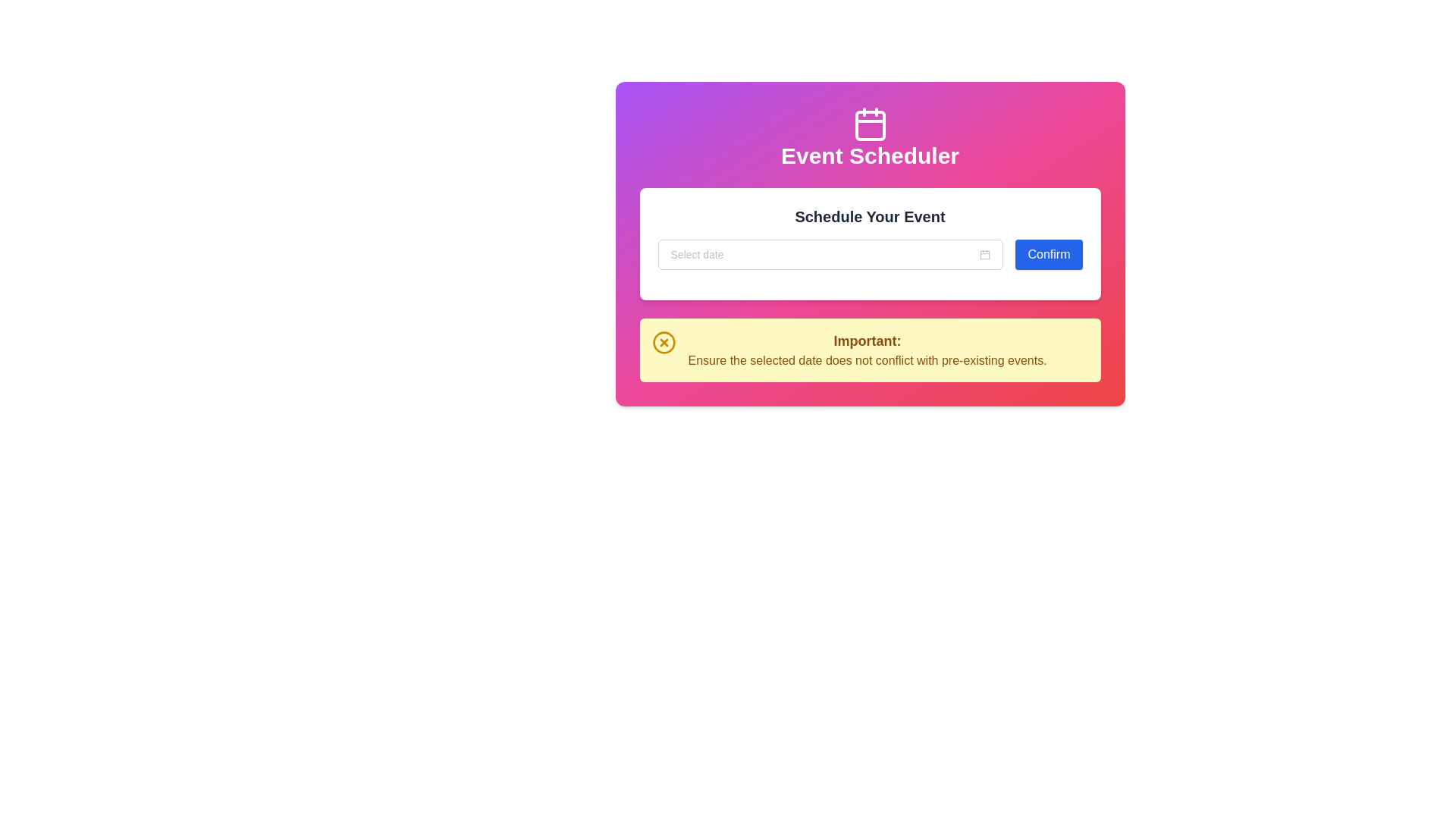  I want to click on the calendar icon button located at the right end of the date input box, so click(985, 253).